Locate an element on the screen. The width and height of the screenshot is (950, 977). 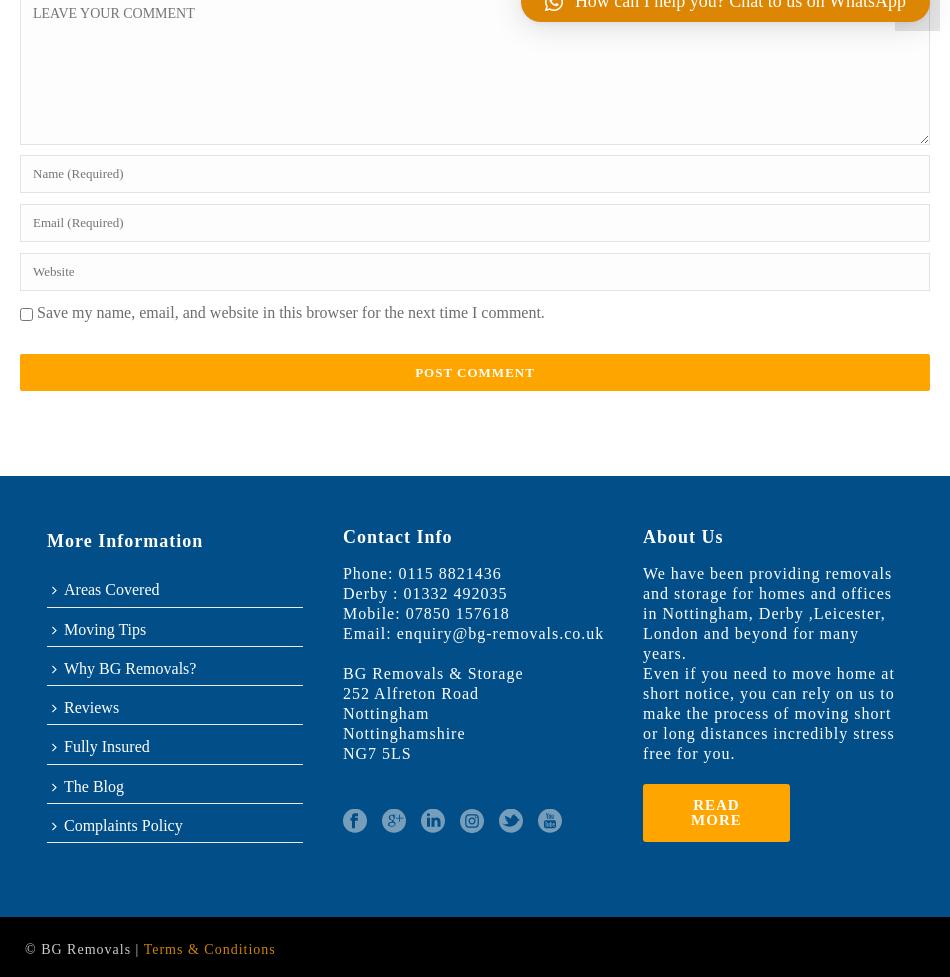
'0115 8821436' is located at coordinates (448, 572).